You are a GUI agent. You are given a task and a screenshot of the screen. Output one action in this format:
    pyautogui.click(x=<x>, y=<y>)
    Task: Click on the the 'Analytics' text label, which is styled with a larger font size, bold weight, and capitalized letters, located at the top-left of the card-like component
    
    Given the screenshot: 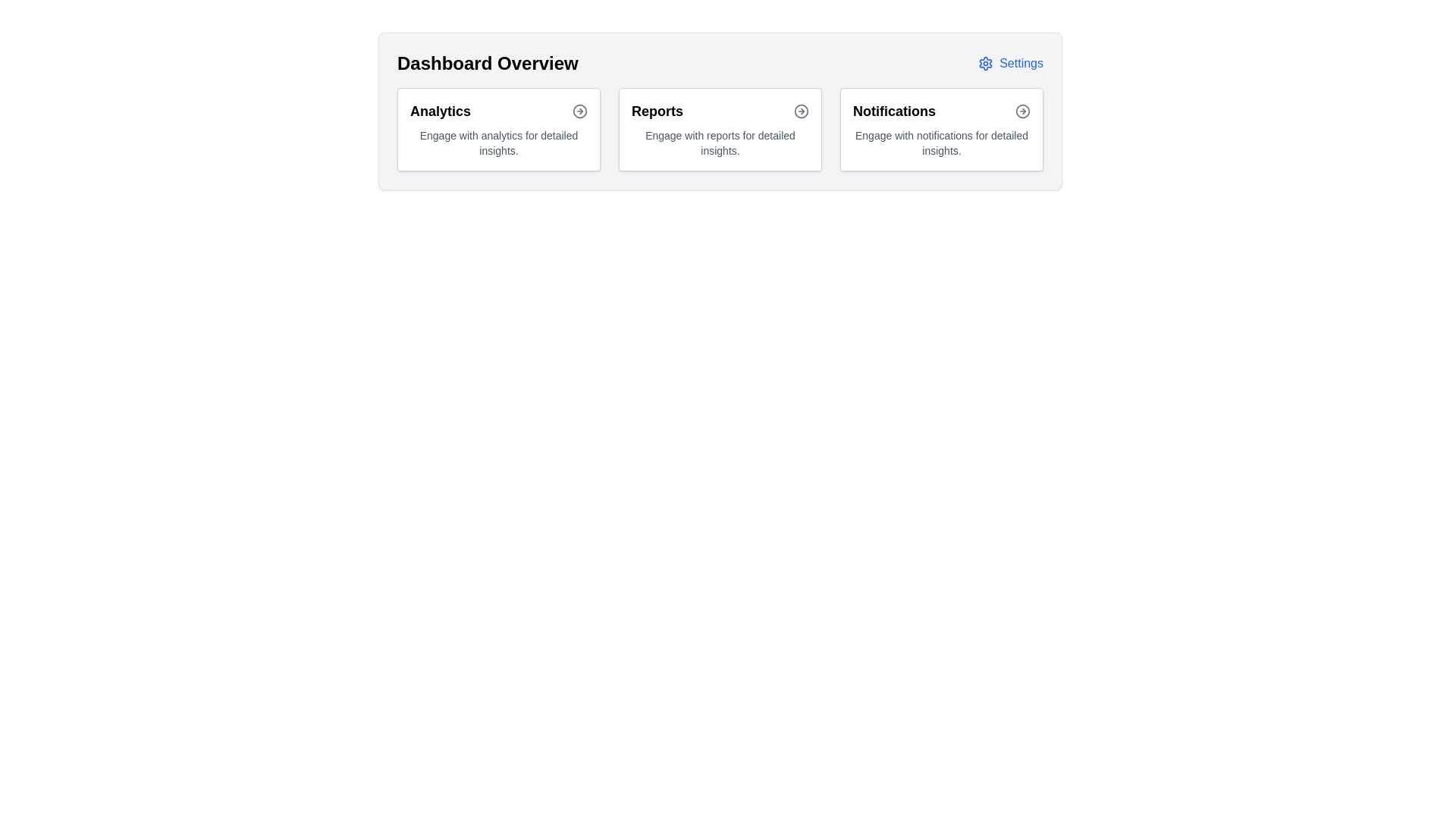 What is the action you would take?
    pyautogui.click(x=439, y=110)
    